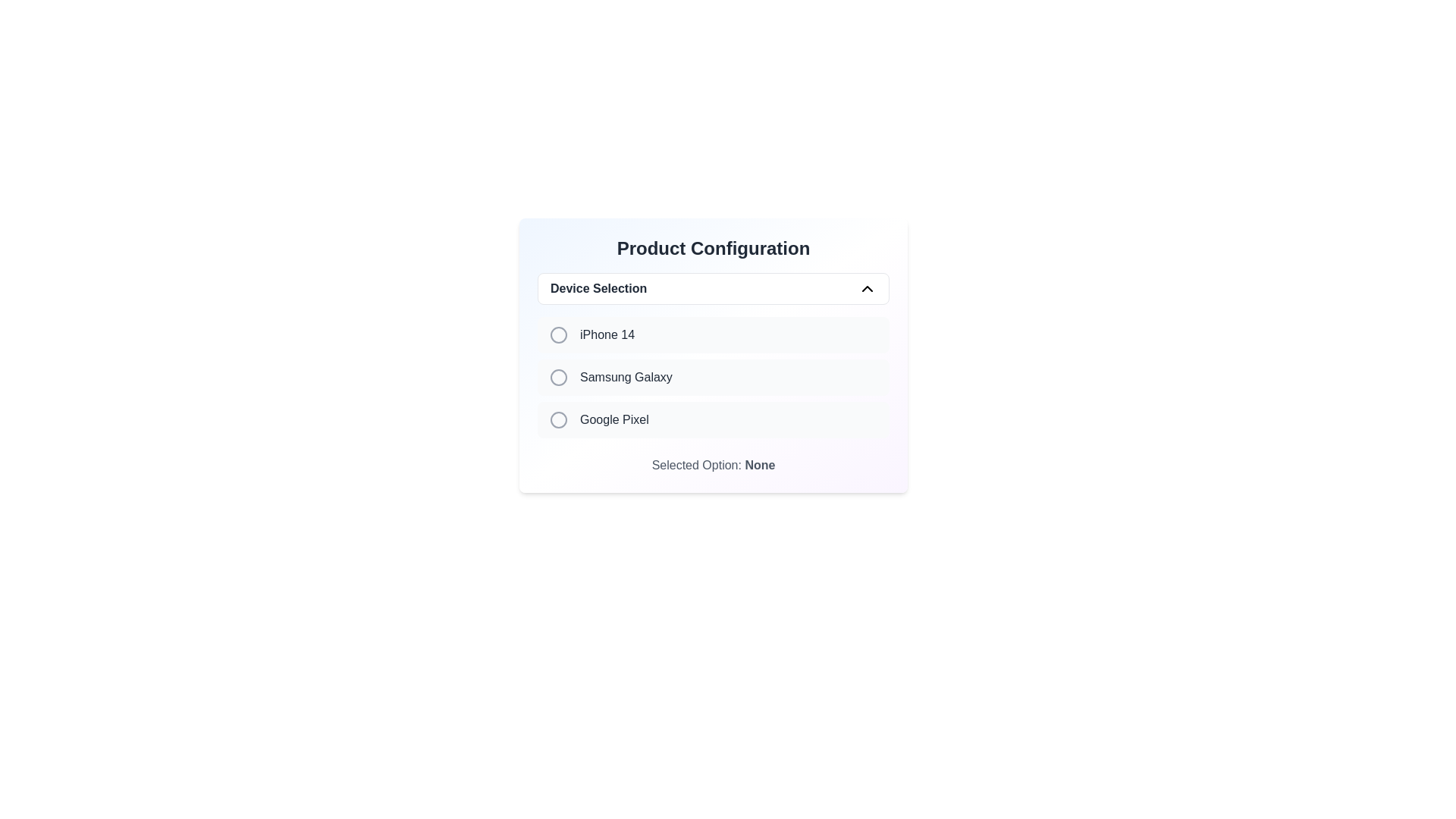 This screenshot has height=819, width=1456. What do you see at coordinates (558, 420) in the screenshot?
I see `the radio button icon for the 'Google Pixel' selection option` at bounding box center [558, 420].